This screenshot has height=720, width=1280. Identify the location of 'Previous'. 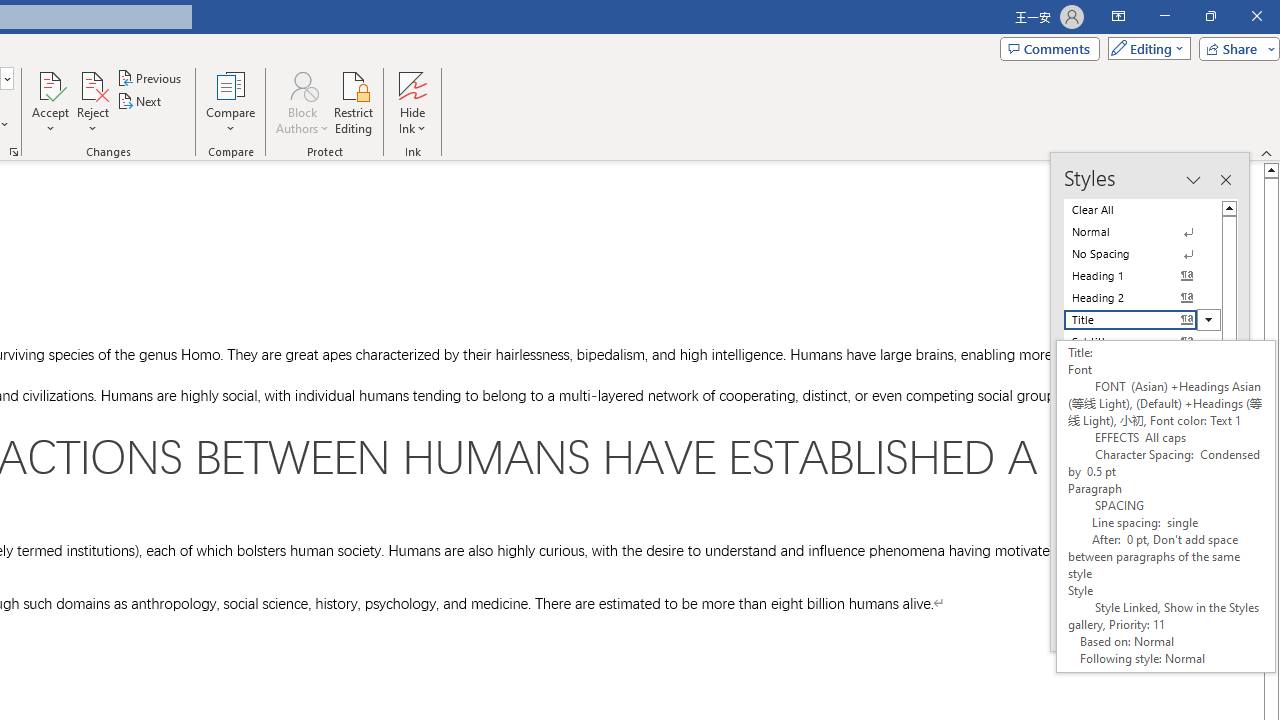
(150, 77).